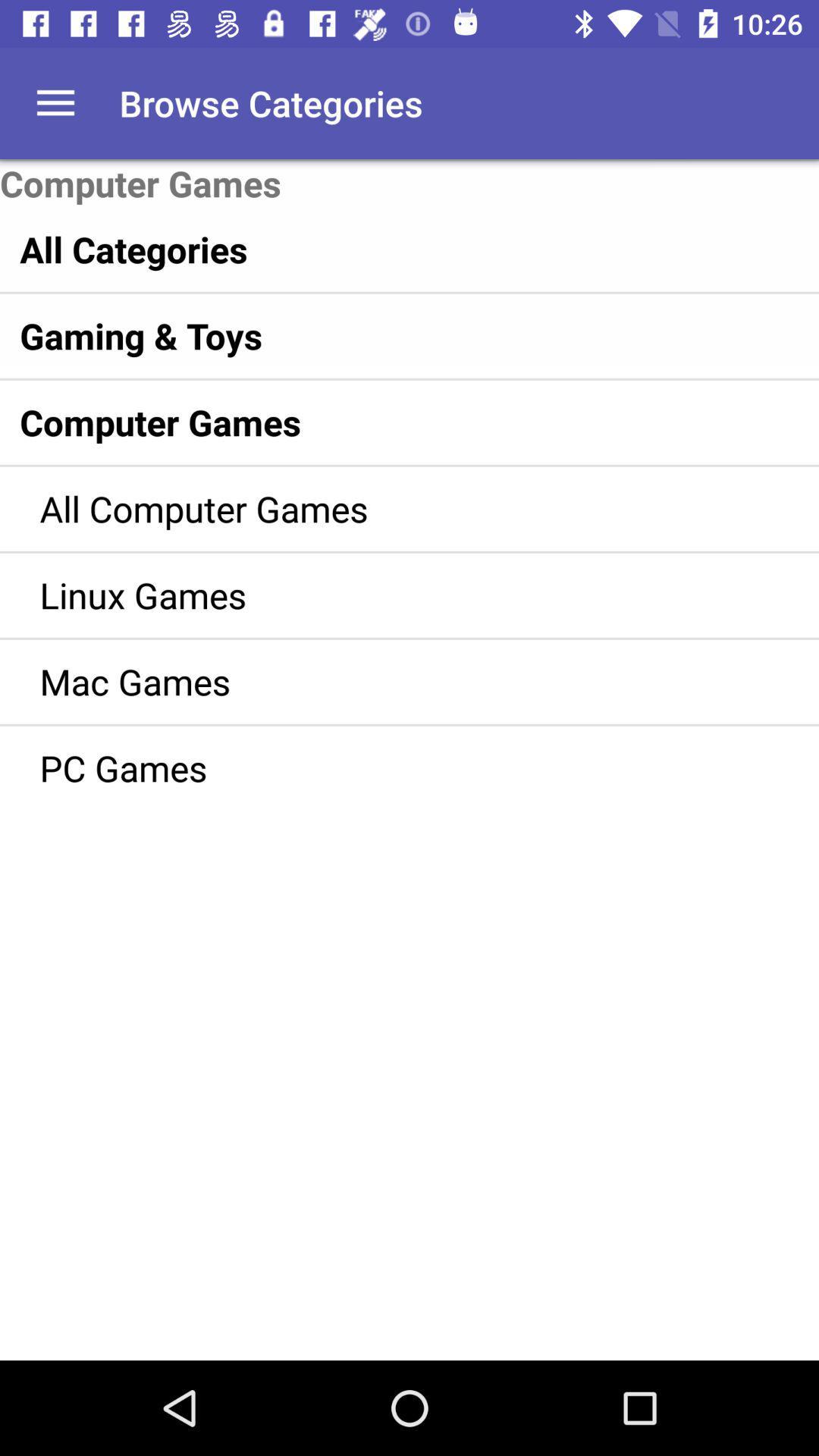  What do you see at coordinates (55, 102) in the screenshot?
I see `other menu items` at bounding box center [55, 102].